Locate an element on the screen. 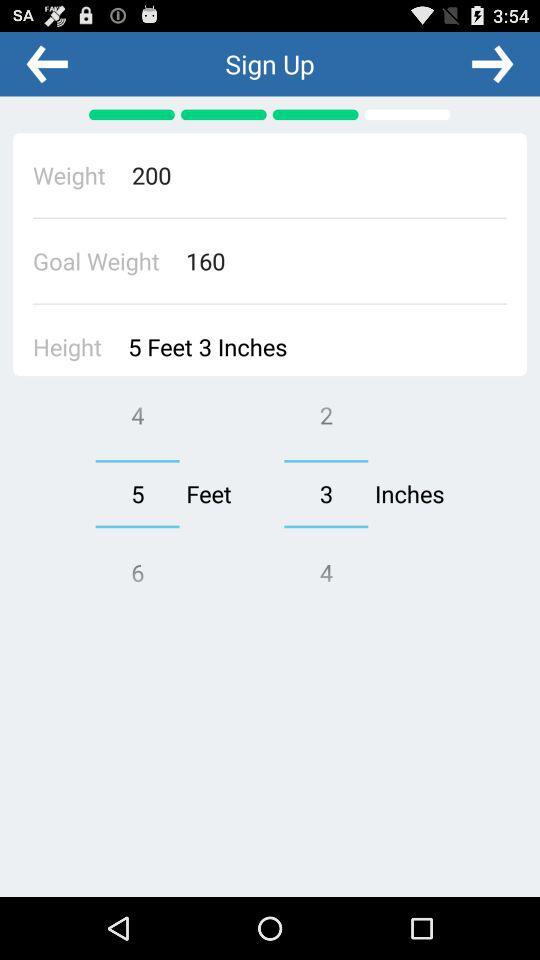 The image size is (540, 960). the arrow_forward icon is located at coordinates (491, 68).